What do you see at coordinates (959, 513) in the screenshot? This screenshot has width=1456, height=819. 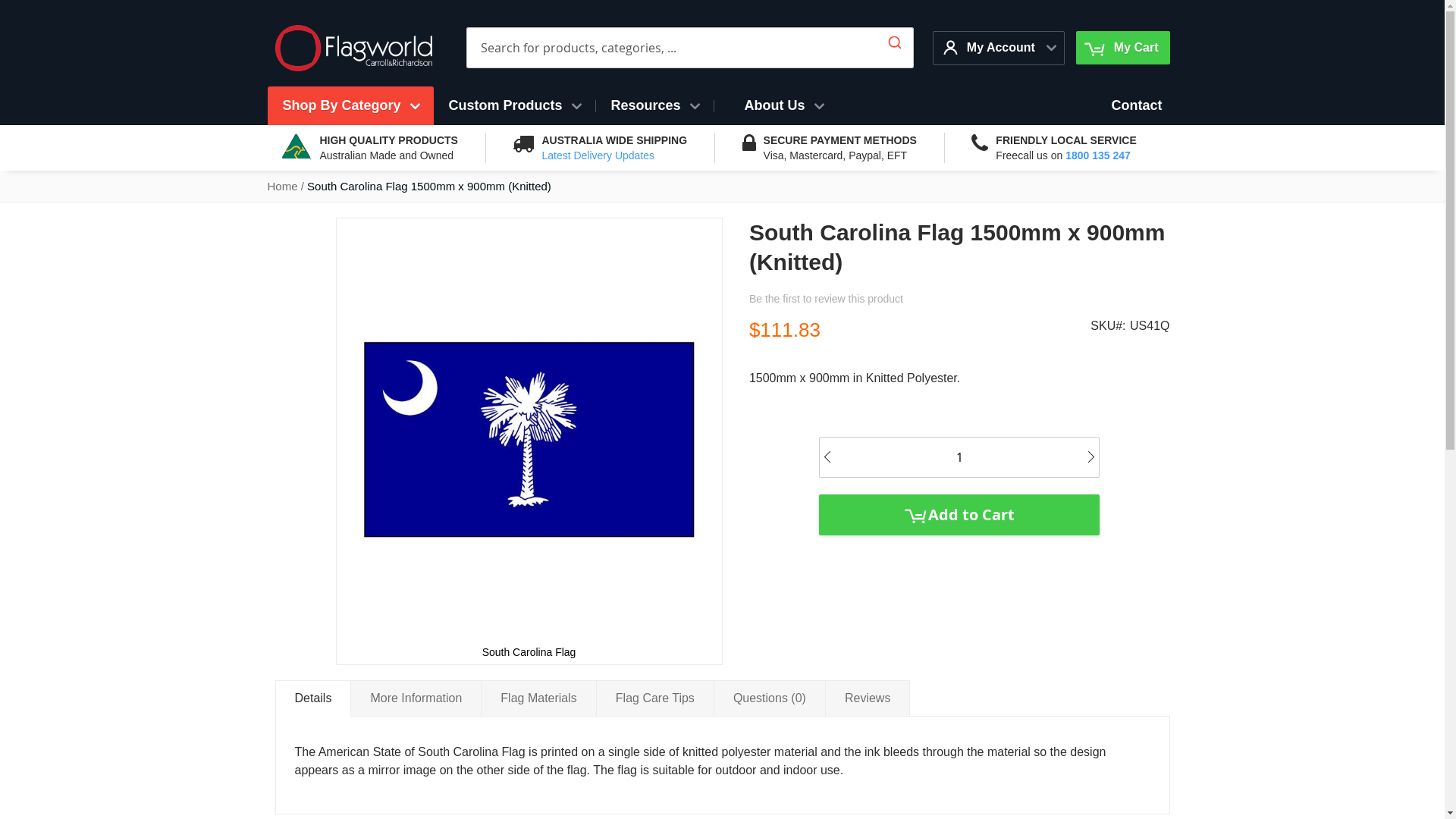 I see `'Add to Cart'` at bounding box center [959, 513].